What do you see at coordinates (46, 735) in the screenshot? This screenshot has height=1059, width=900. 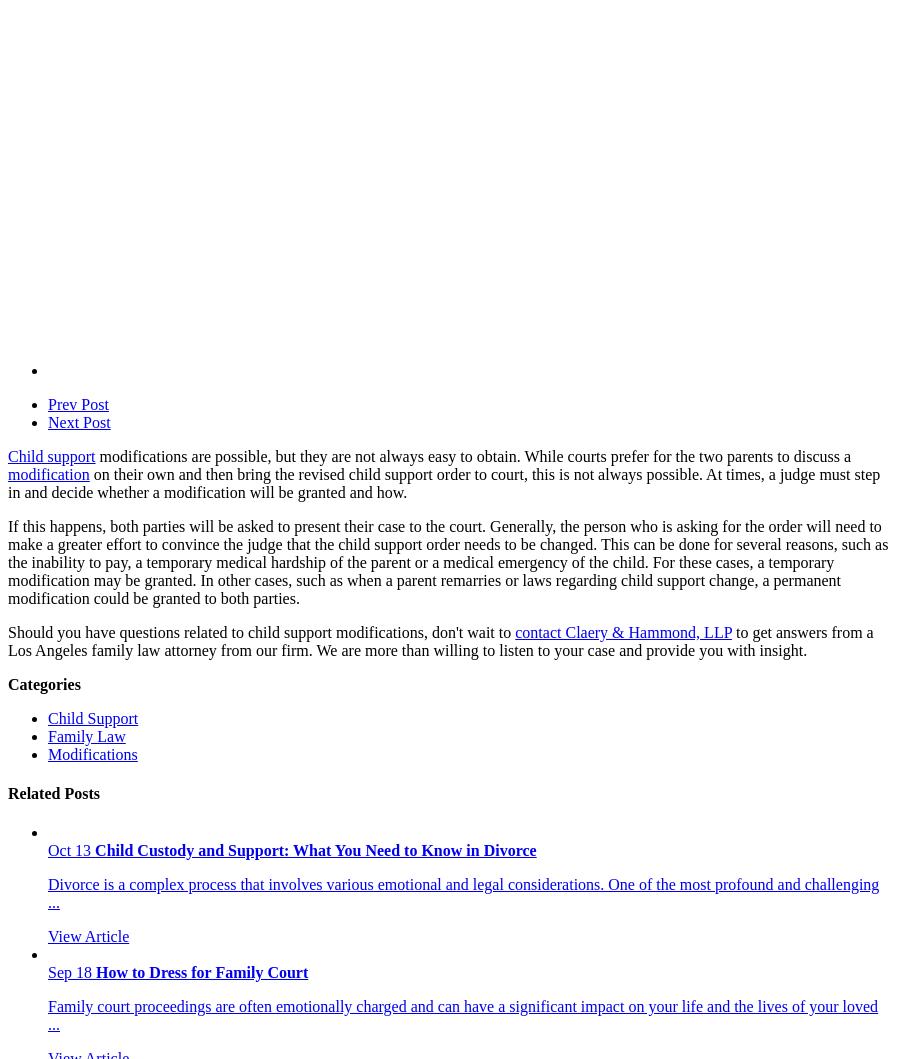 I see `'Family Law'` at bounding box center [46, 735].